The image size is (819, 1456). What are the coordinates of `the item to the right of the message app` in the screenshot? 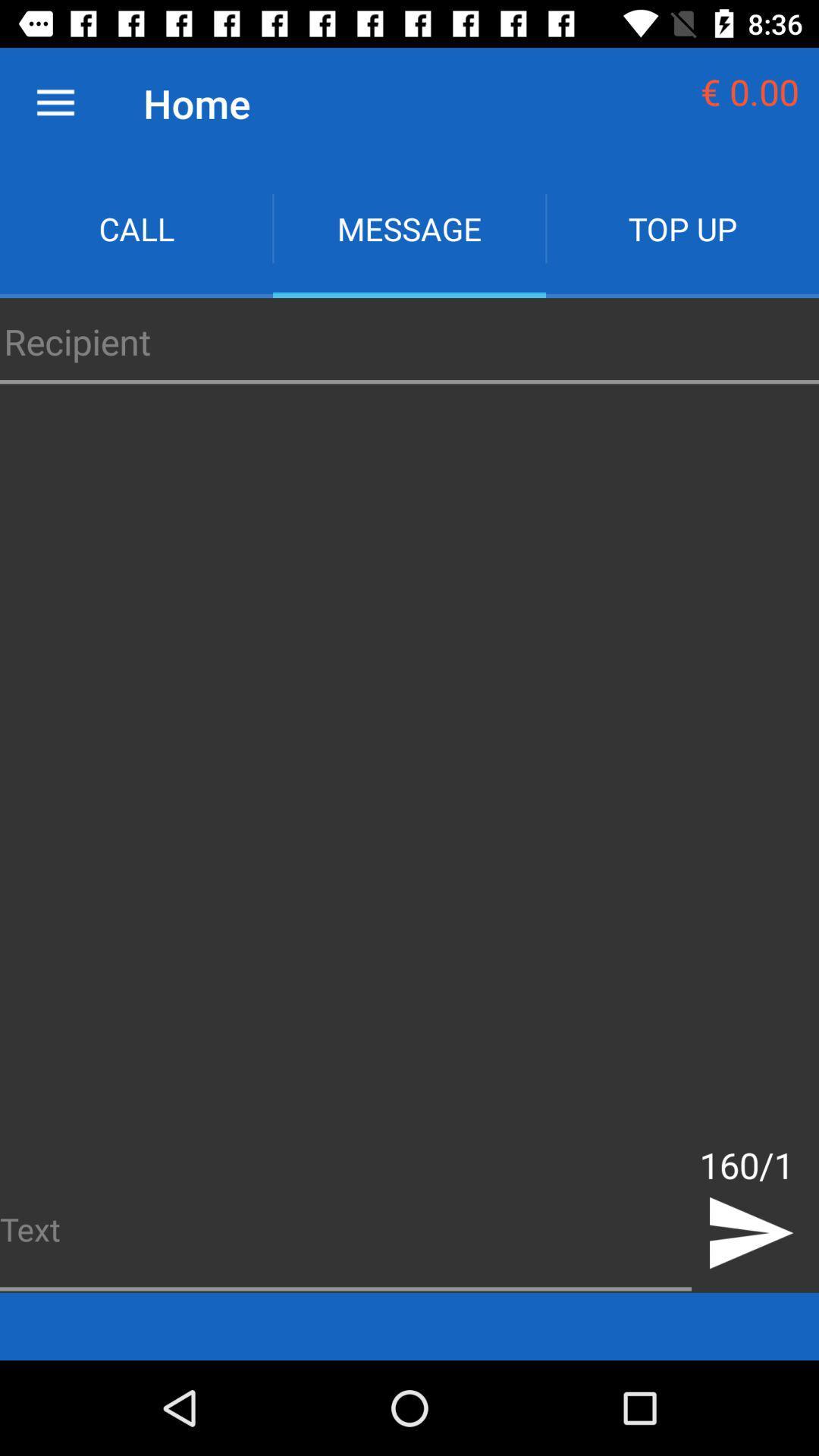 It's located at (681, 227).